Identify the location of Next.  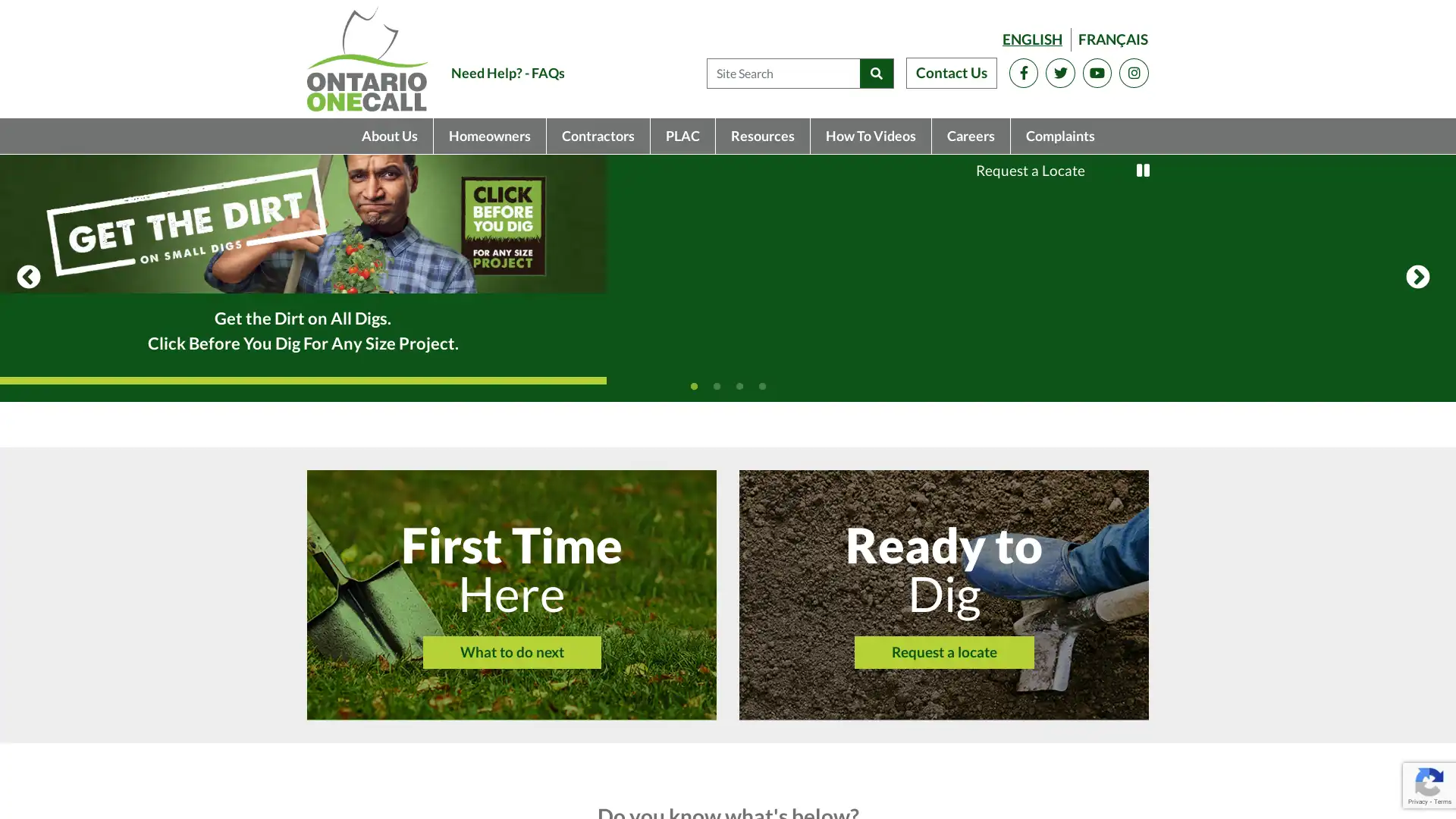
(1417, 366).